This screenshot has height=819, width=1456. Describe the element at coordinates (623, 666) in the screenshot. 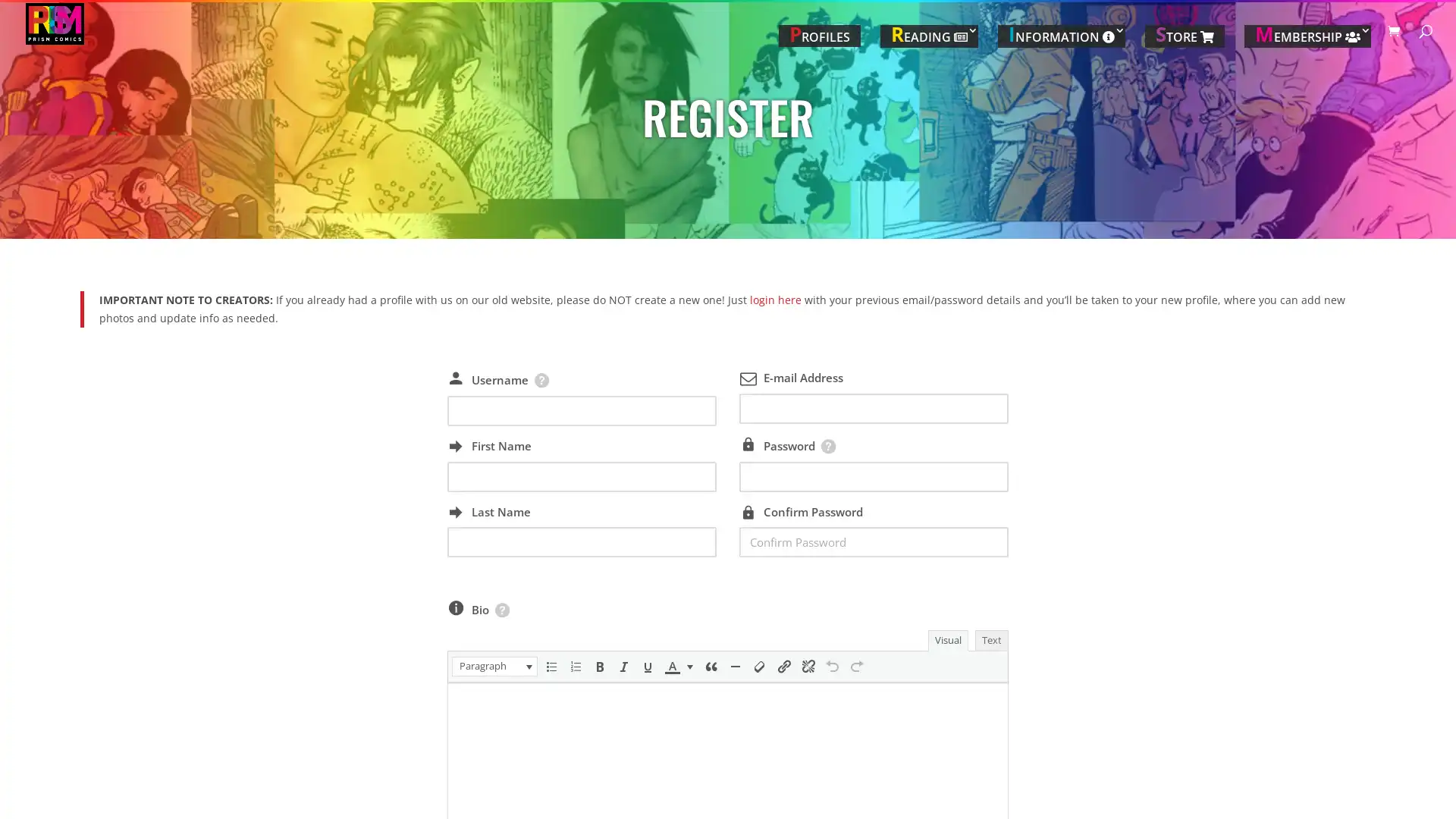

I see `Italic (I)` at that location.